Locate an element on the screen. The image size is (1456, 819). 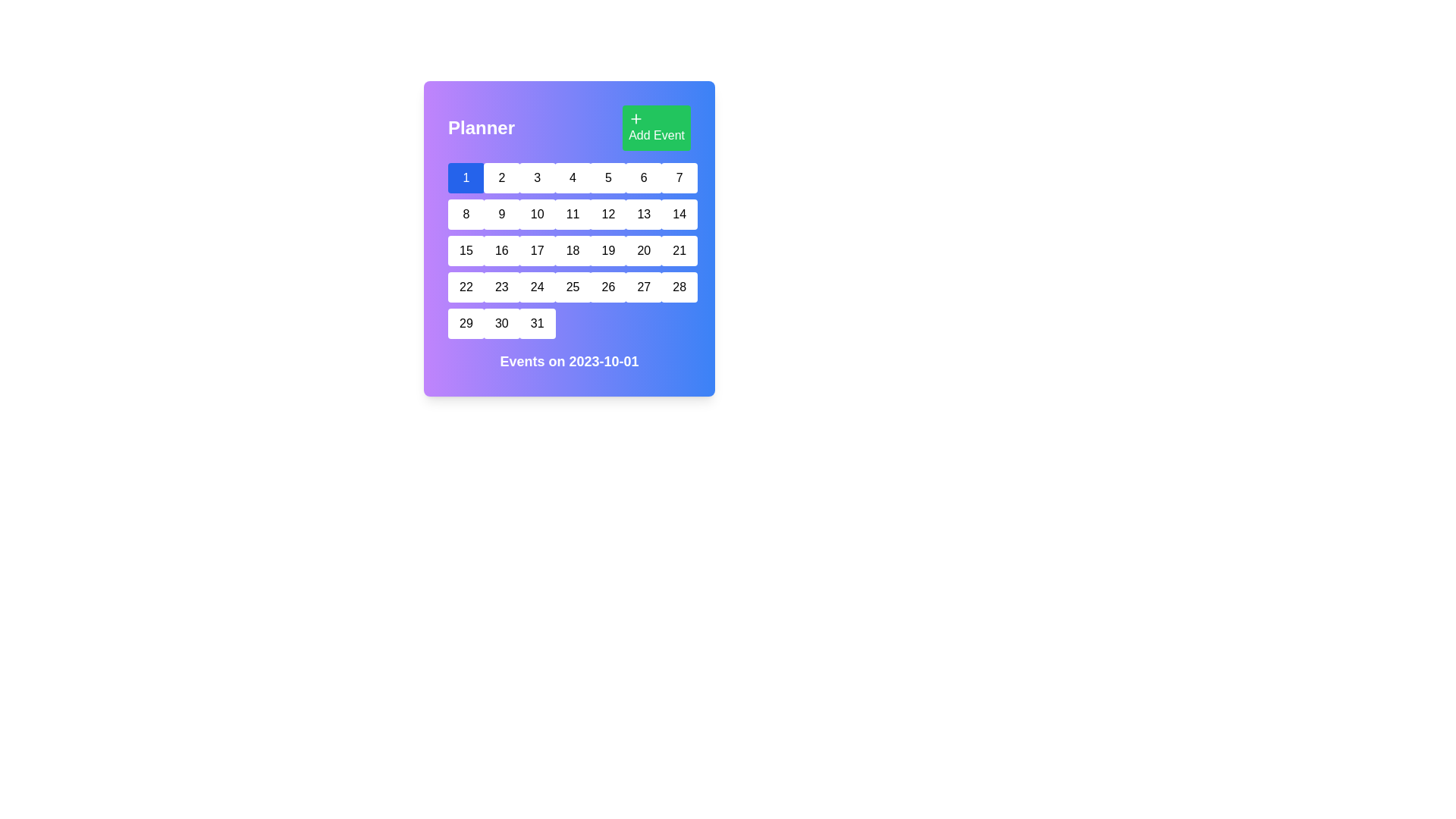
the button labeled '2' in the calendar layout is located at coordinates (501, 177).